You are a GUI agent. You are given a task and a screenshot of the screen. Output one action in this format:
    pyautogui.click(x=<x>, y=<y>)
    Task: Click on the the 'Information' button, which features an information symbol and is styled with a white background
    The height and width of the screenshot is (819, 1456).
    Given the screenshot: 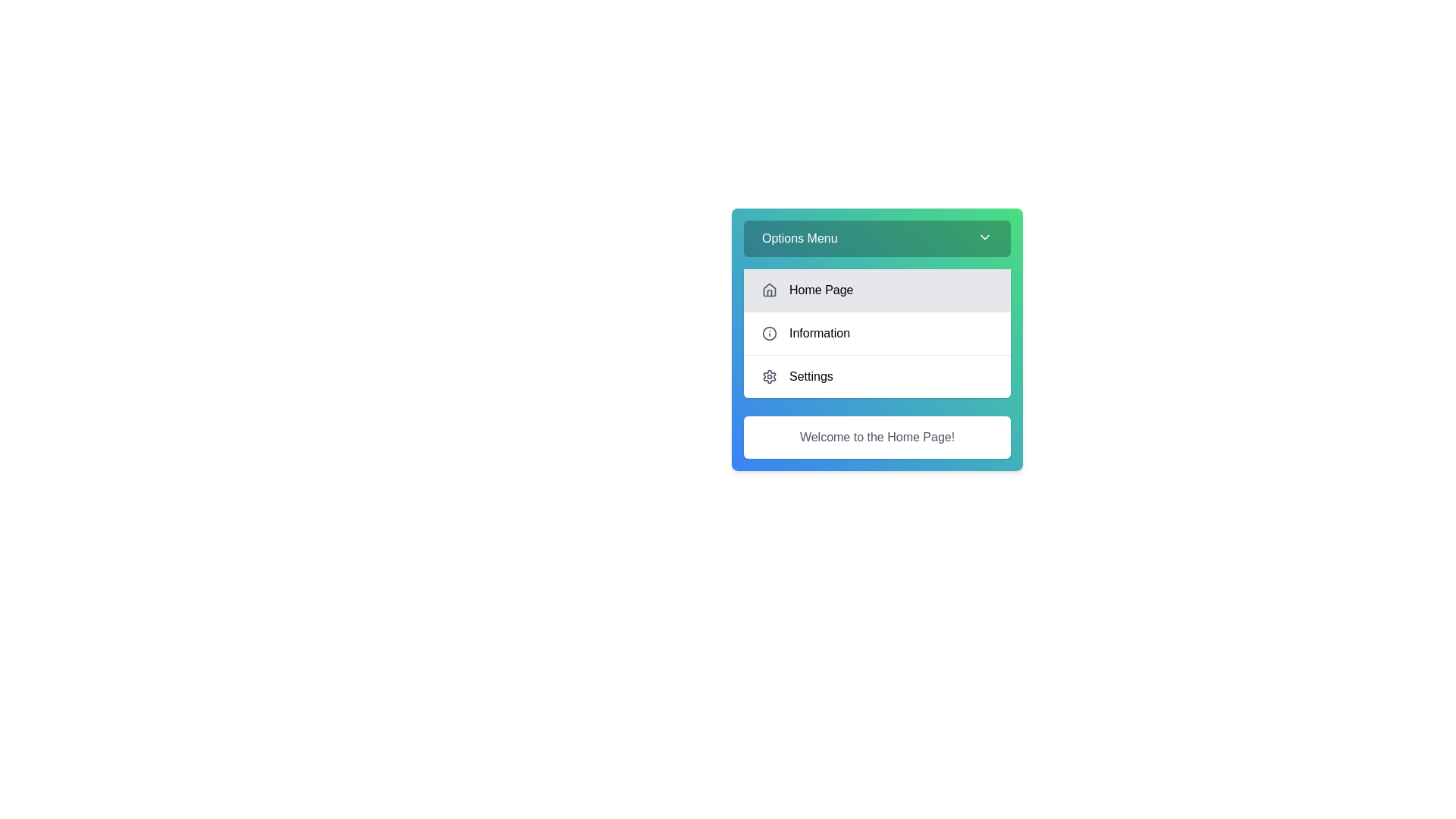 What is the action you would take?
    pyautogui.click(x=877, y=332)
    